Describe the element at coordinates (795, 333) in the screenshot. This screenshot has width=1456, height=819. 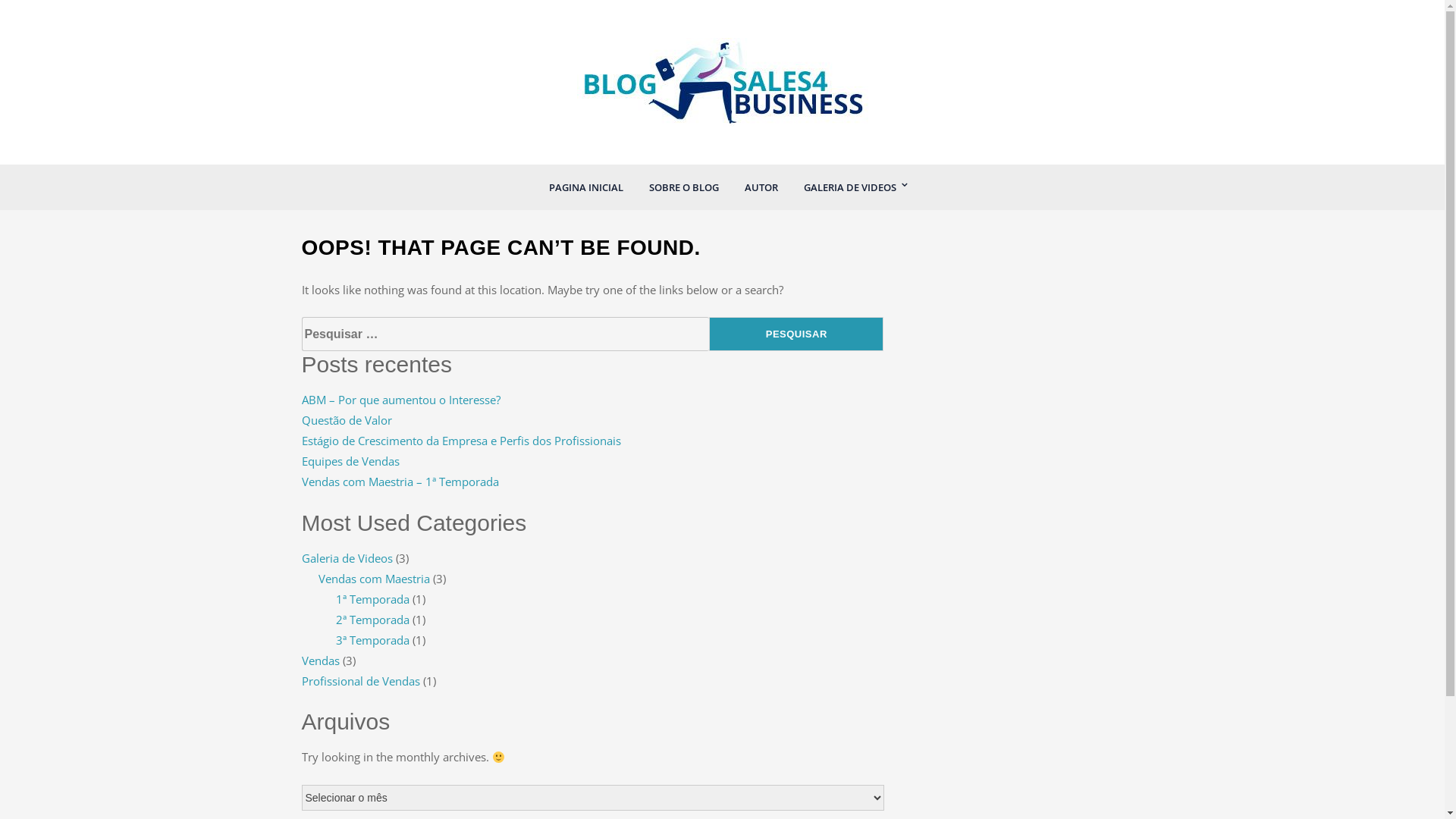
I see `'Pesquisar'` at that location.